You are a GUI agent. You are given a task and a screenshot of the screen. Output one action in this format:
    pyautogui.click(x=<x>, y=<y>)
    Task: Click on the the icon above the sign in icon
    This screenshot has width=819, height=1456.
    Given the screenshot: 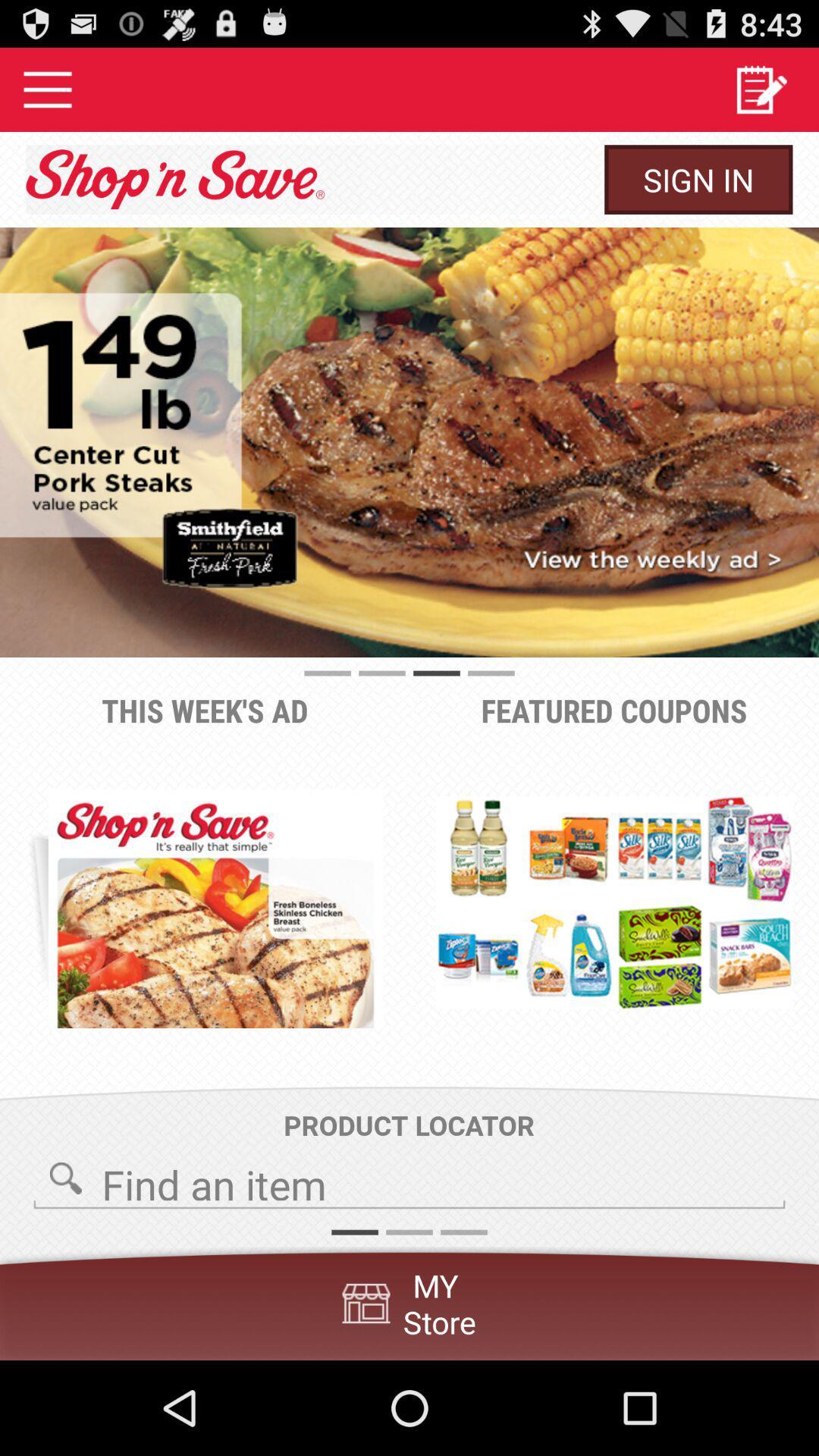 What is the action you would take?
    pyautogui.click(x=761, y=89)
    